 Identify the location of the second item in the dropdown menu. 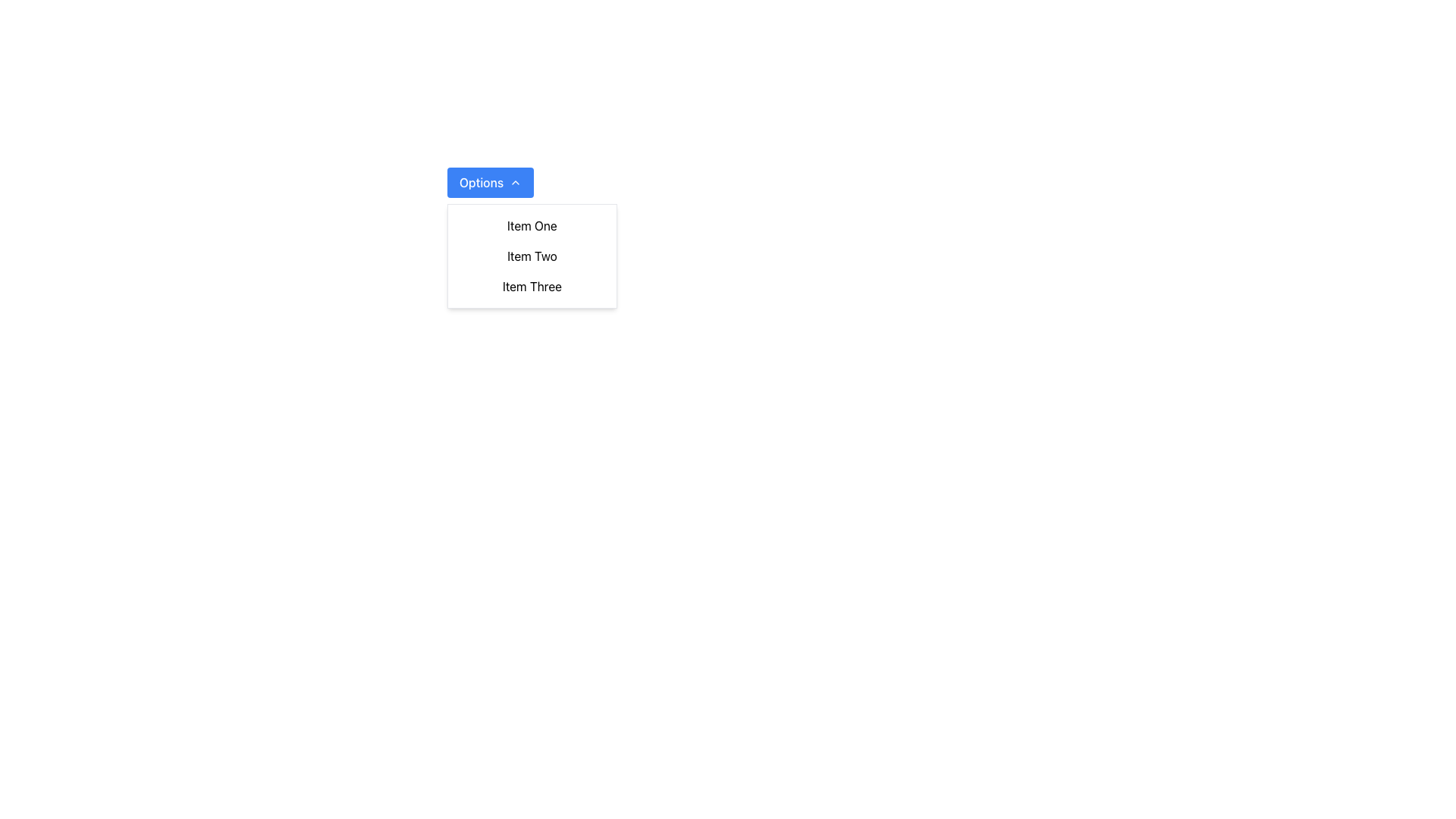
(532, 256).